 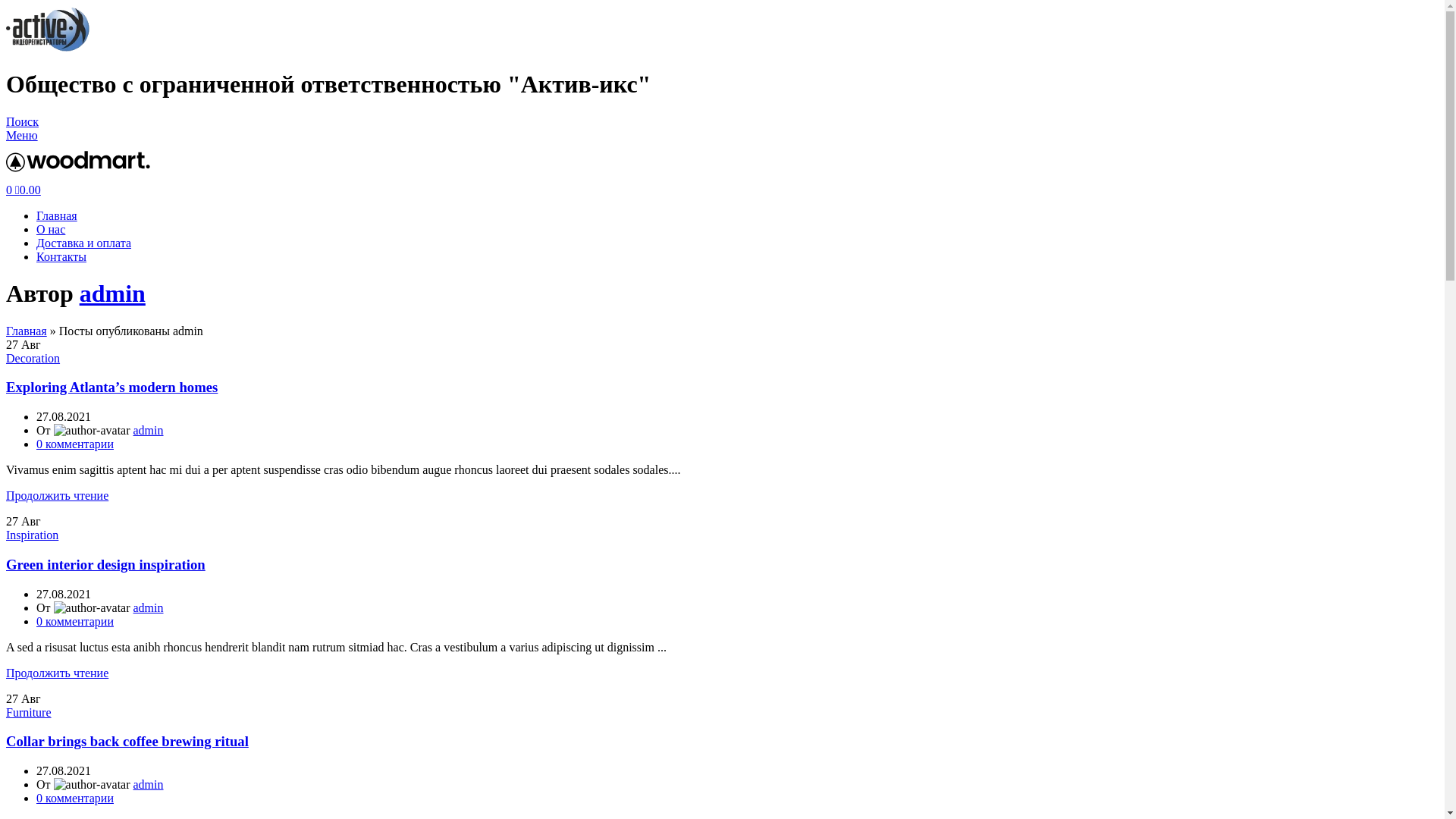 What do you see at coordinates (105, 564) in the screenshot?
I see `'Green interior design inspiration'` at bounding box center [105, 564].